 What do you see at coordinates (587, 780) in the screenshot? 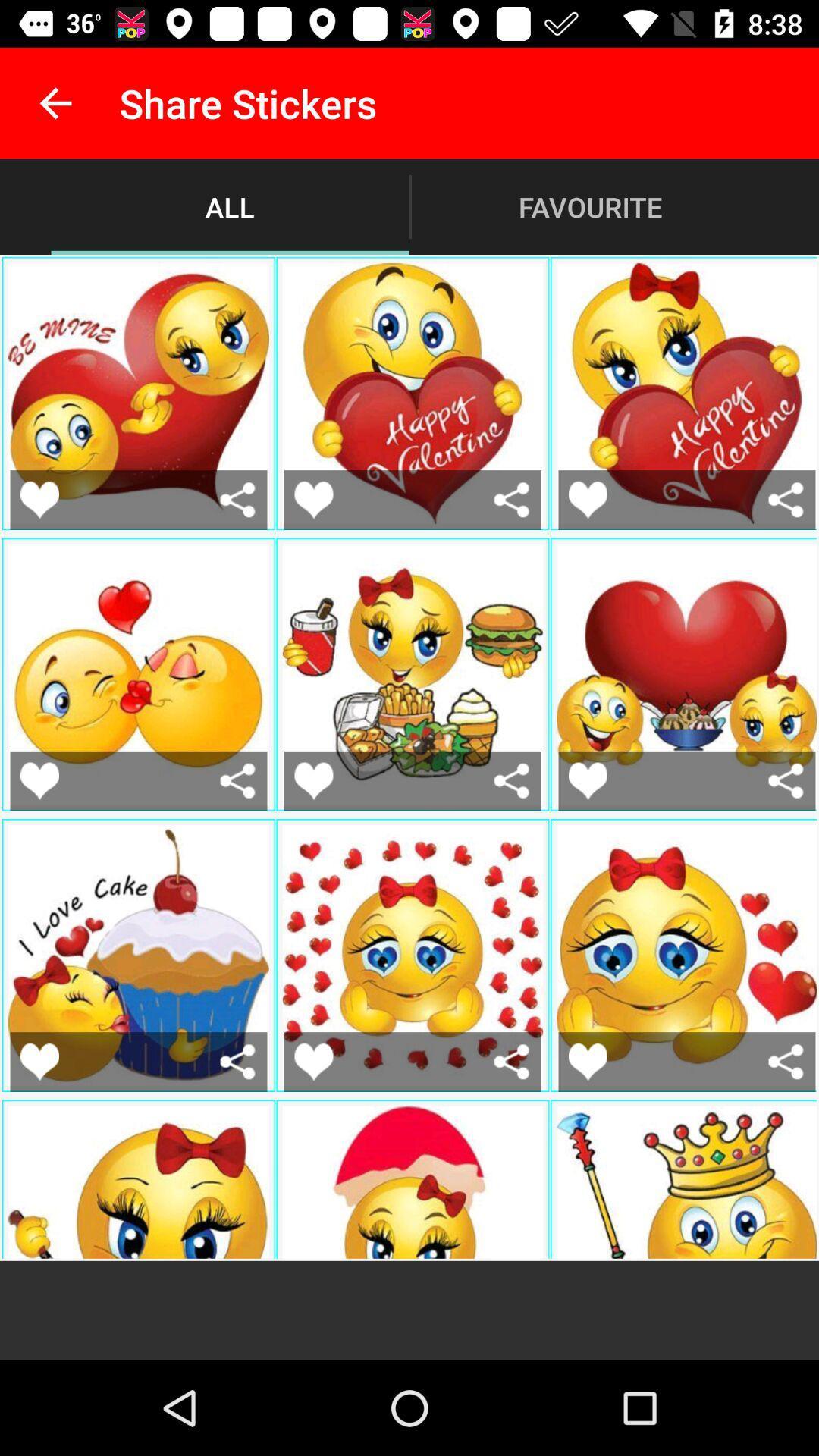
I see `love this sticker` at bounding box center [587, 780].